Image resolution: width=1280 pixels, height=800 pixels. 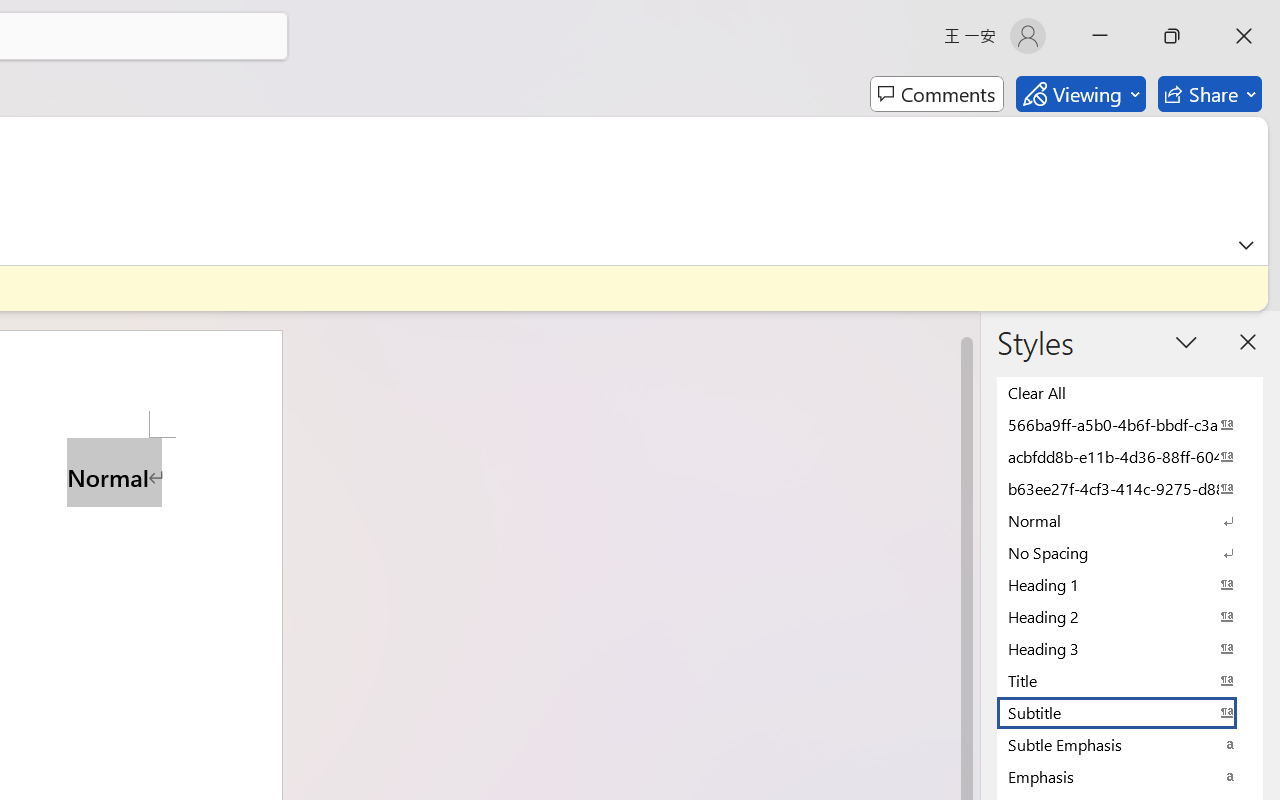 I want to click on 'Heading 1', so click(x=1130, y=583).